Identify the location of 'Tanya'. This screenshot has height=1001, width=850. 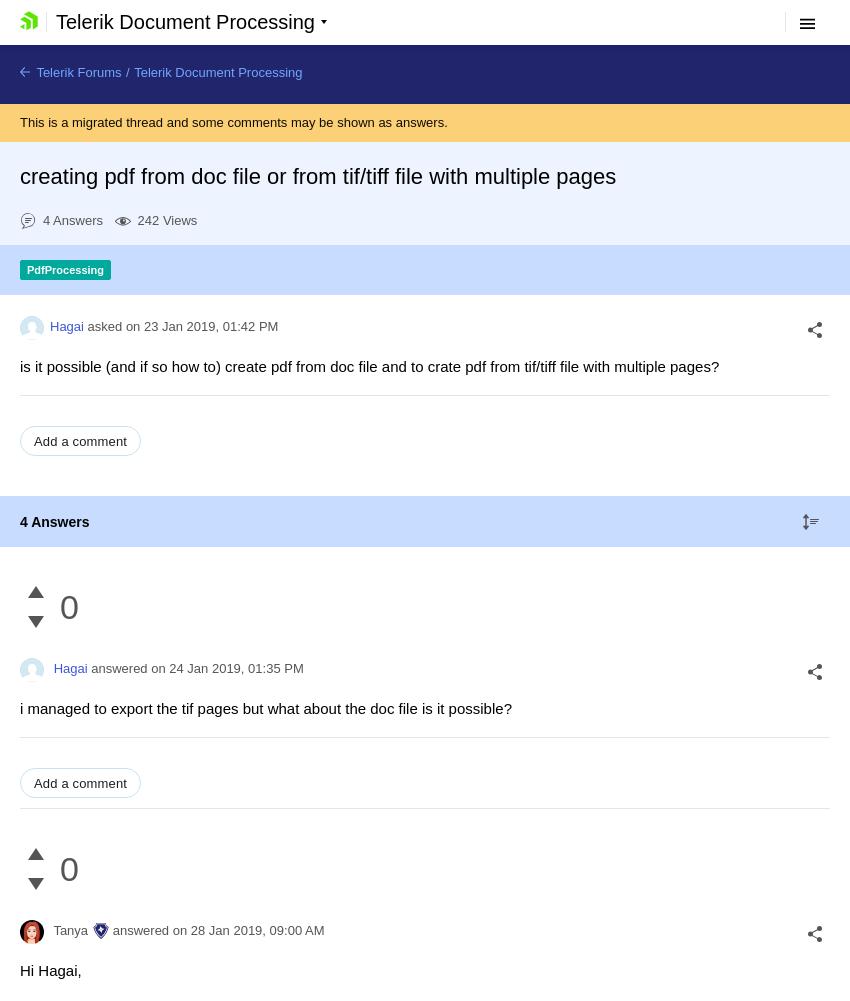
(70, 930).